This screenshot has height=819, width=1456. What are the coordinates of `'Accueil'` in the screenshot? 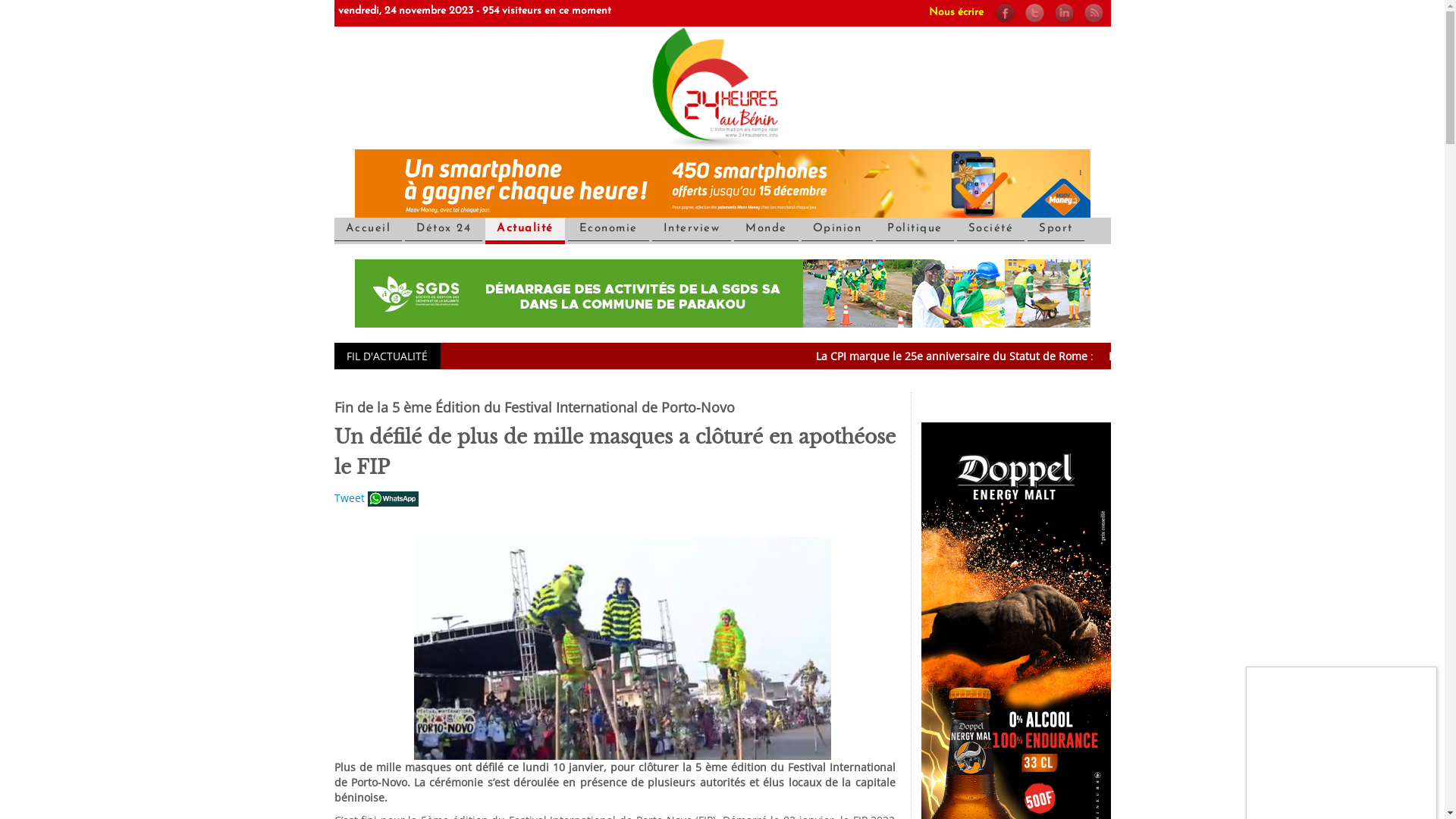 It's located at (367, 229).